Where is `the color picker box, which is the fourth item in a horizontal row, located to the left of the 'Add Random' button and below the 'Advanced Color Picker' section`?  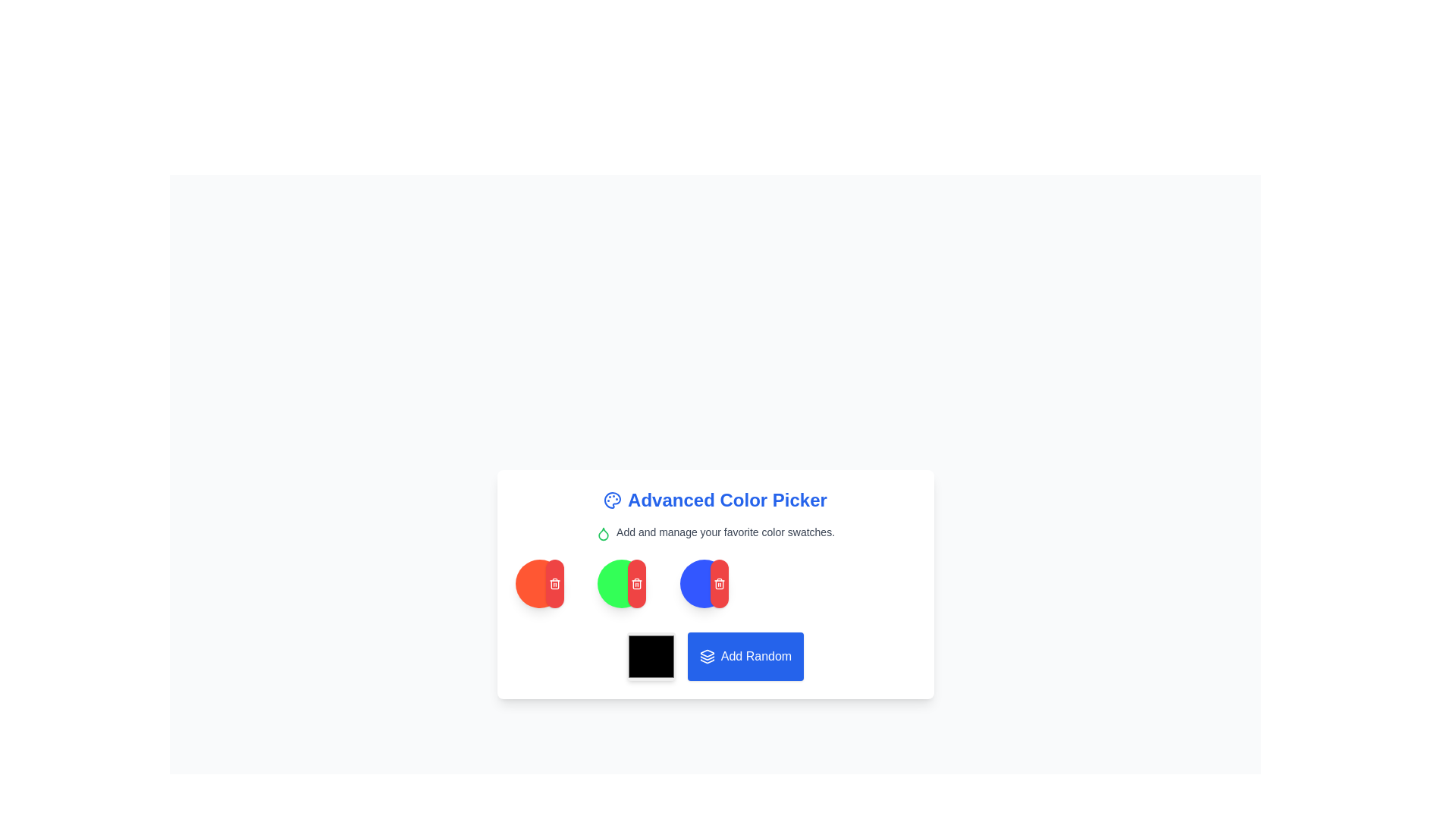 the color picker box, which is the fourth item in a horizontal row, located to the left of the 'Add Random' button and below the 'Advanced Color Picker' section is located at coordinates (651, 655).